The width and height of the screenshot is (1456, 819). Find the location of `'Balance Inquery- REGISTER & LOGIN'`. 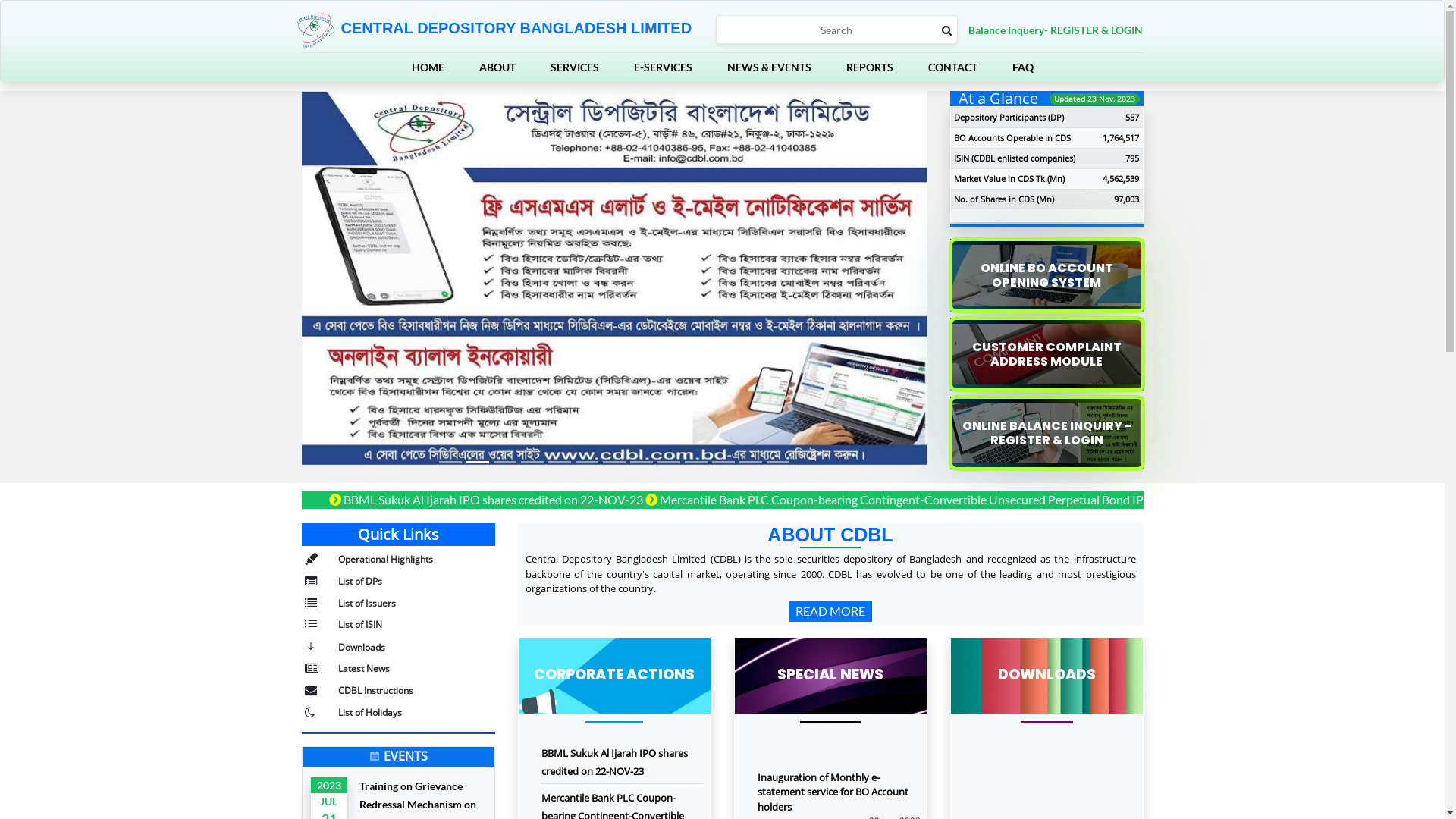

'Balance Inquery- REGISTER & LOGIN' is located at coordinates (1054, 29).